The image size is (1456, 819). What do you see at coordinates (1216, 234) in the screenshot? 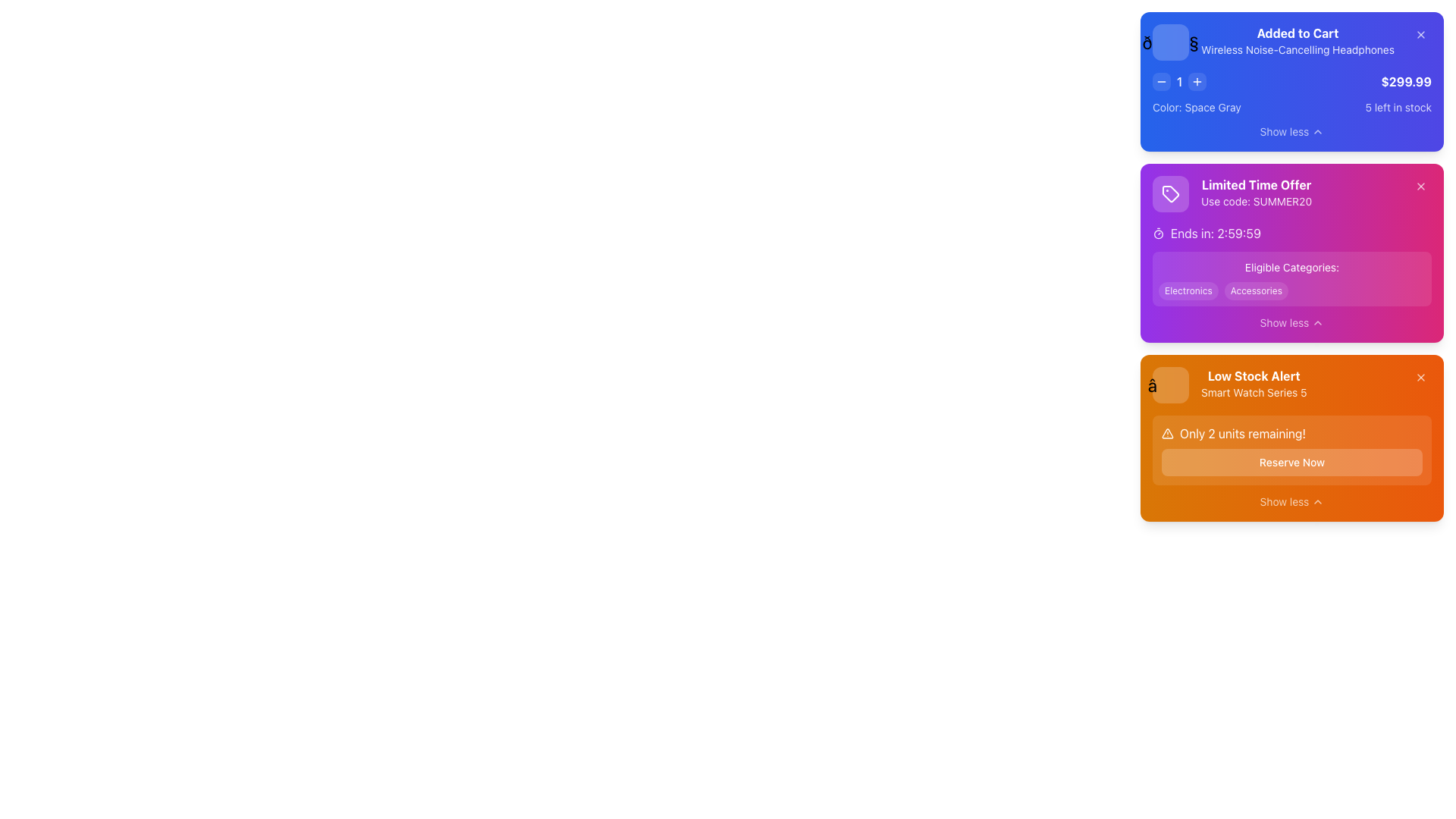
I see `the text label indicating the remaining time for the limited-time offer, which is located on the second card from the top in a right-aligned stack of cards` at bounding box center [1216, 234].